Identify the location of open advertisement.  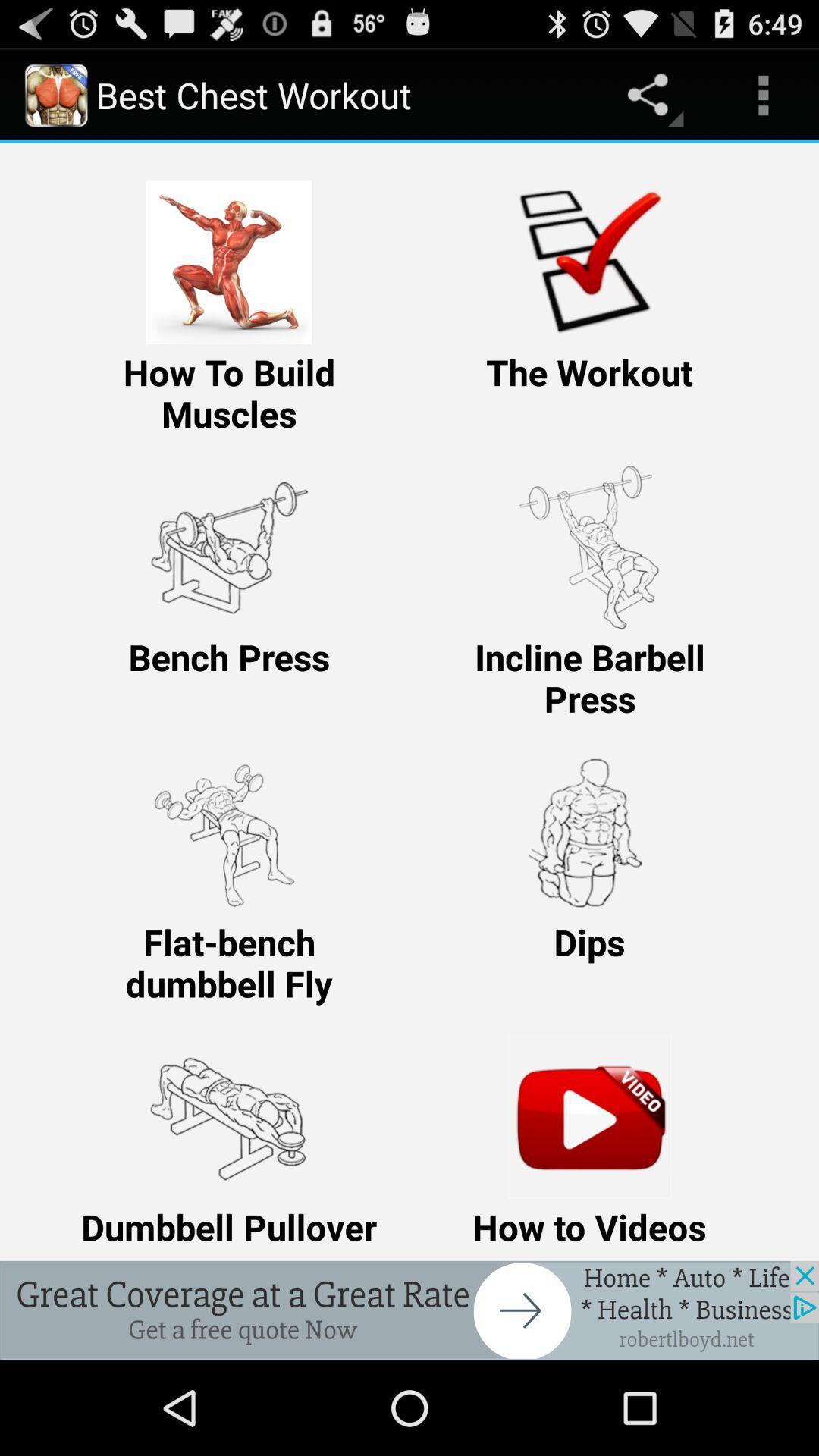
(409, 1310).